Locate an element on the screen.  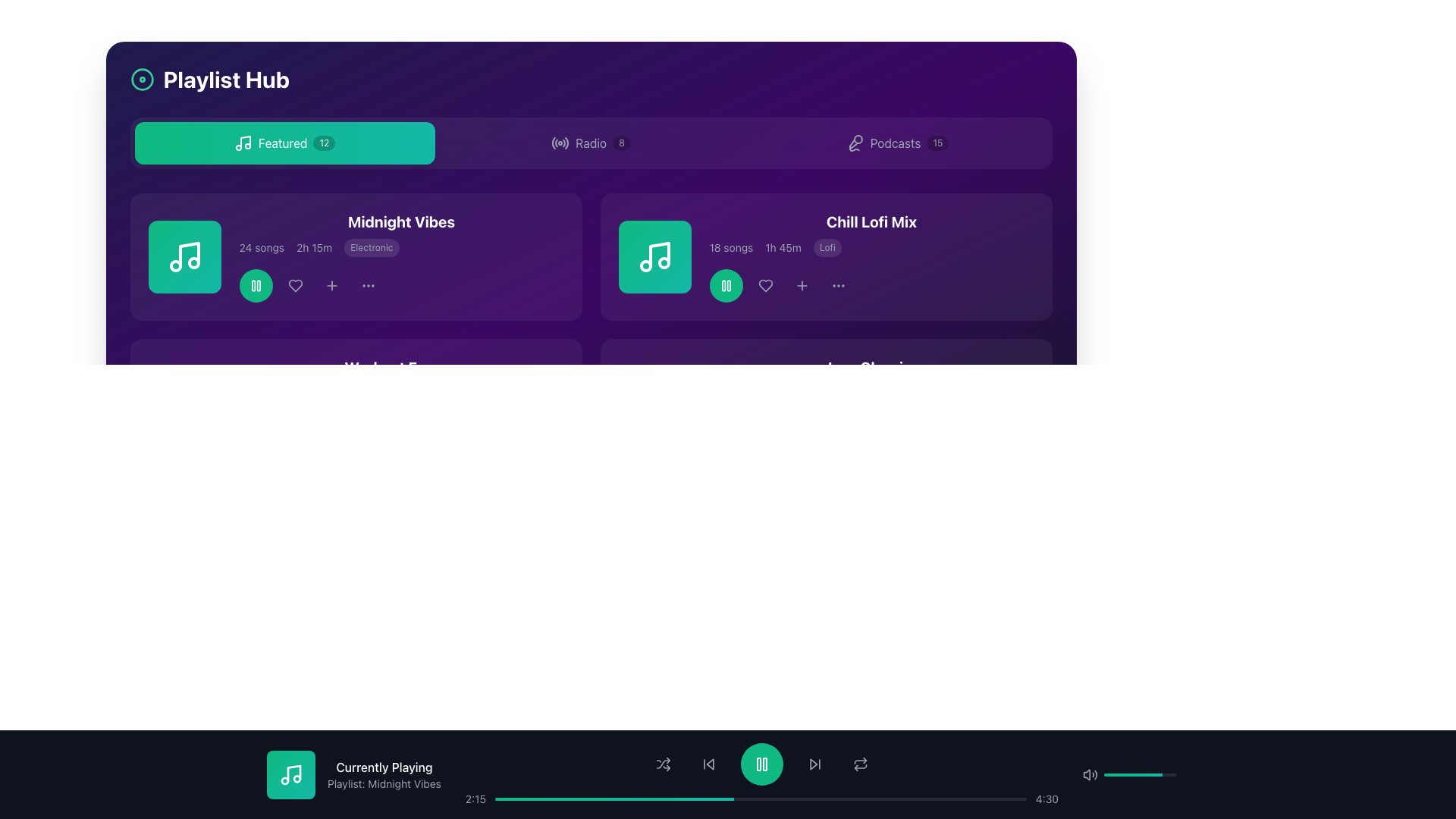
the badge indicating the number of items or notifications related to the 'Radio' section, located to the right of the 'Radio' label in the top navigation area is located at coordinates (622, 143).